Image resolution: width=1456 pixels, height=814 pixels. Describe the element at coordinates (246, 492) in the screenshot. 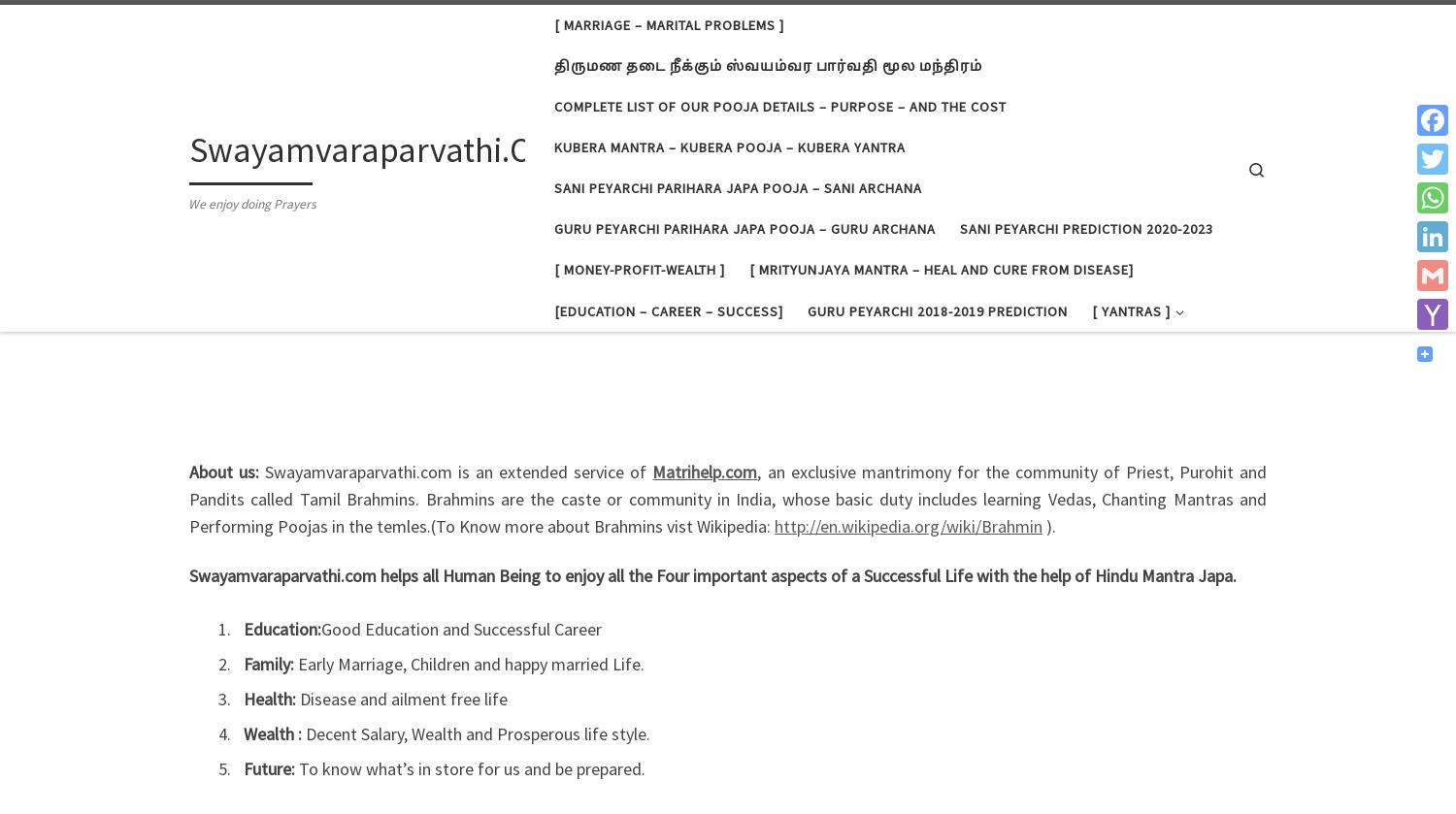

I see `'Search'` at that location.